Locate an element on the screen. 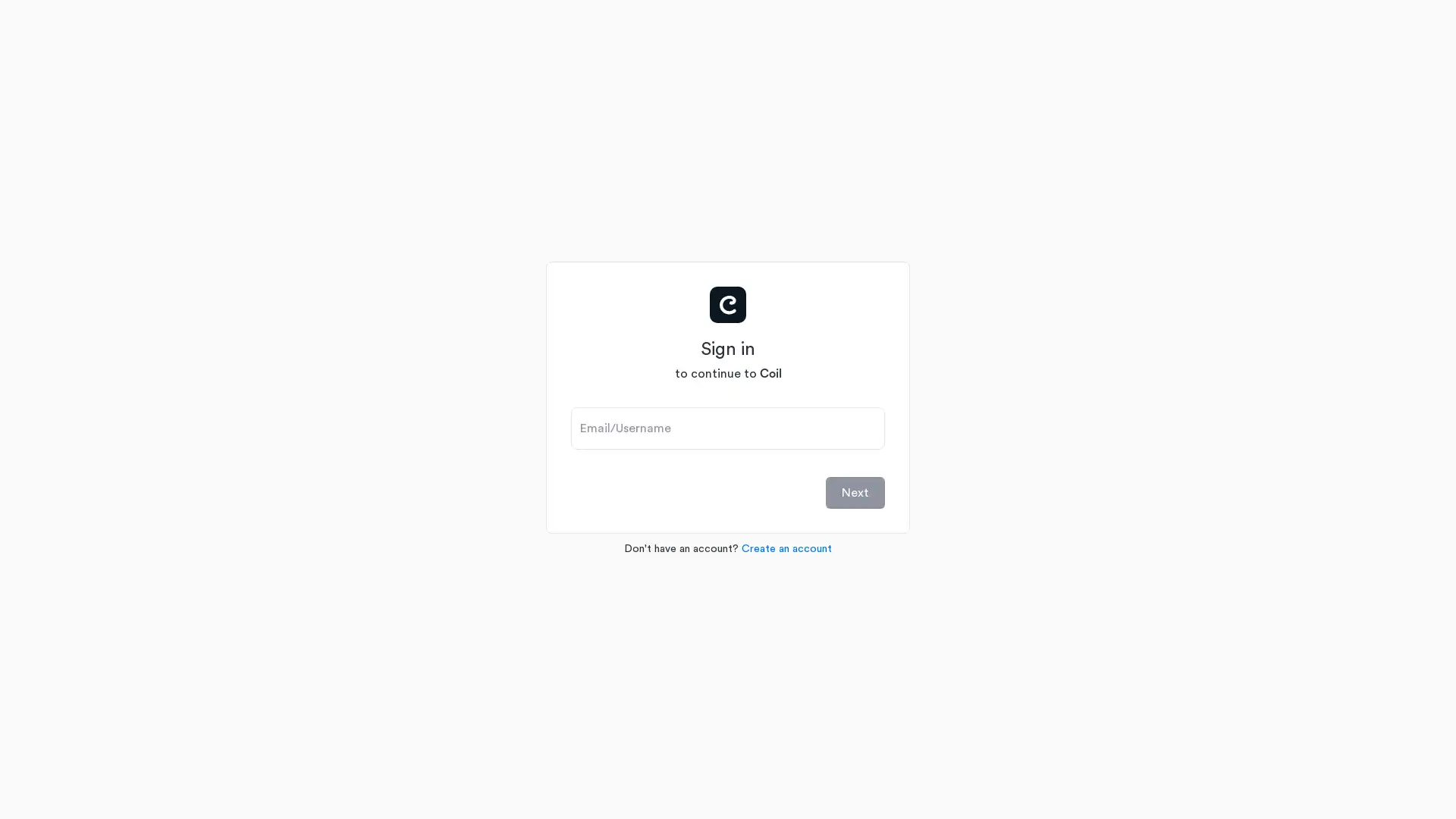 This screenshot has width=1456, height=819. Next is located at coordinates (855, 491).